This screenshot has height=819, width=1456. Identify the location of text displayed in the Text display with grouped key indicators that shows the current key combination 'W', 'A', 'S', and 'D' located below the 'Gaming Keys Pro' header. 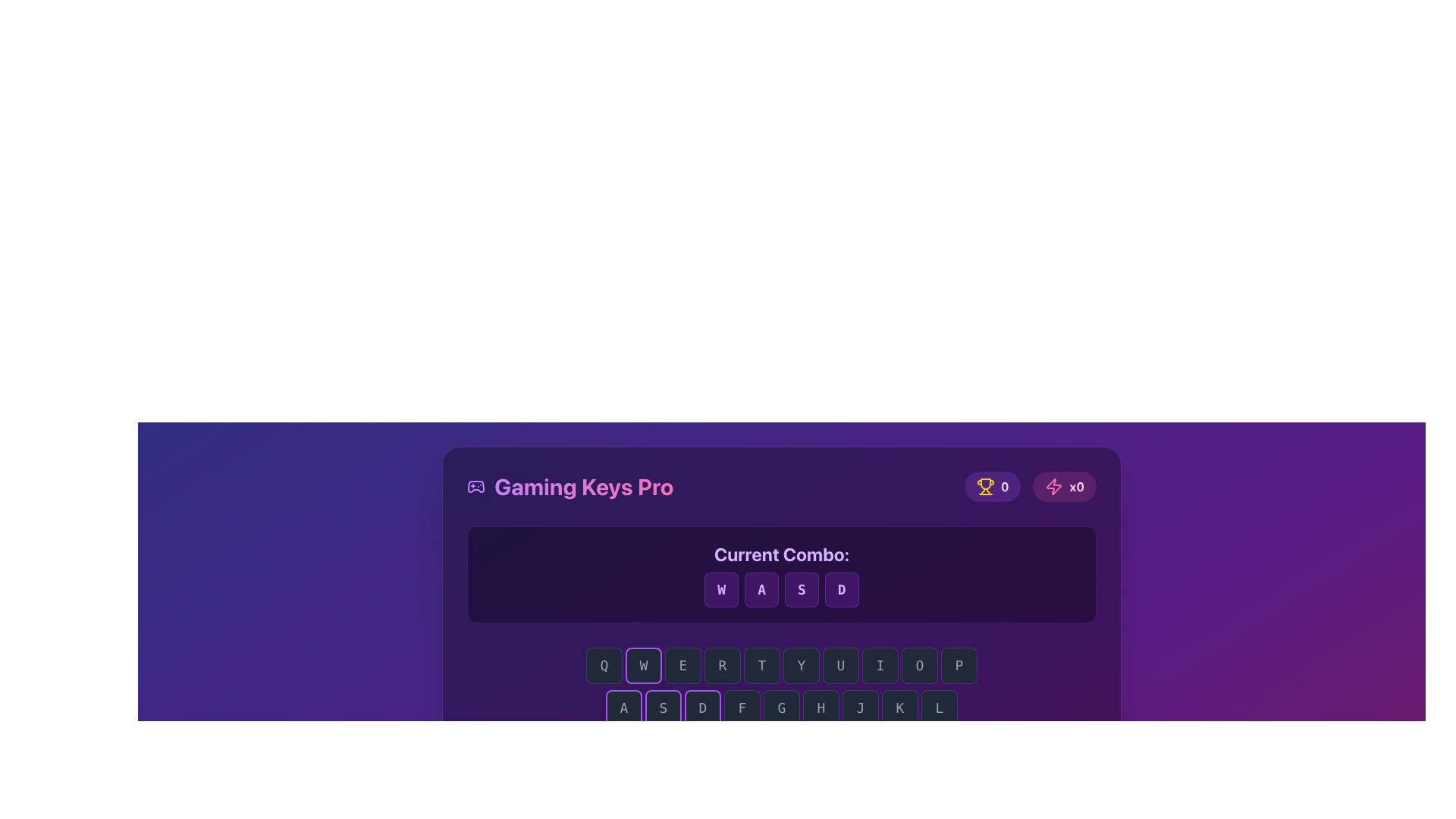
(782, 575).